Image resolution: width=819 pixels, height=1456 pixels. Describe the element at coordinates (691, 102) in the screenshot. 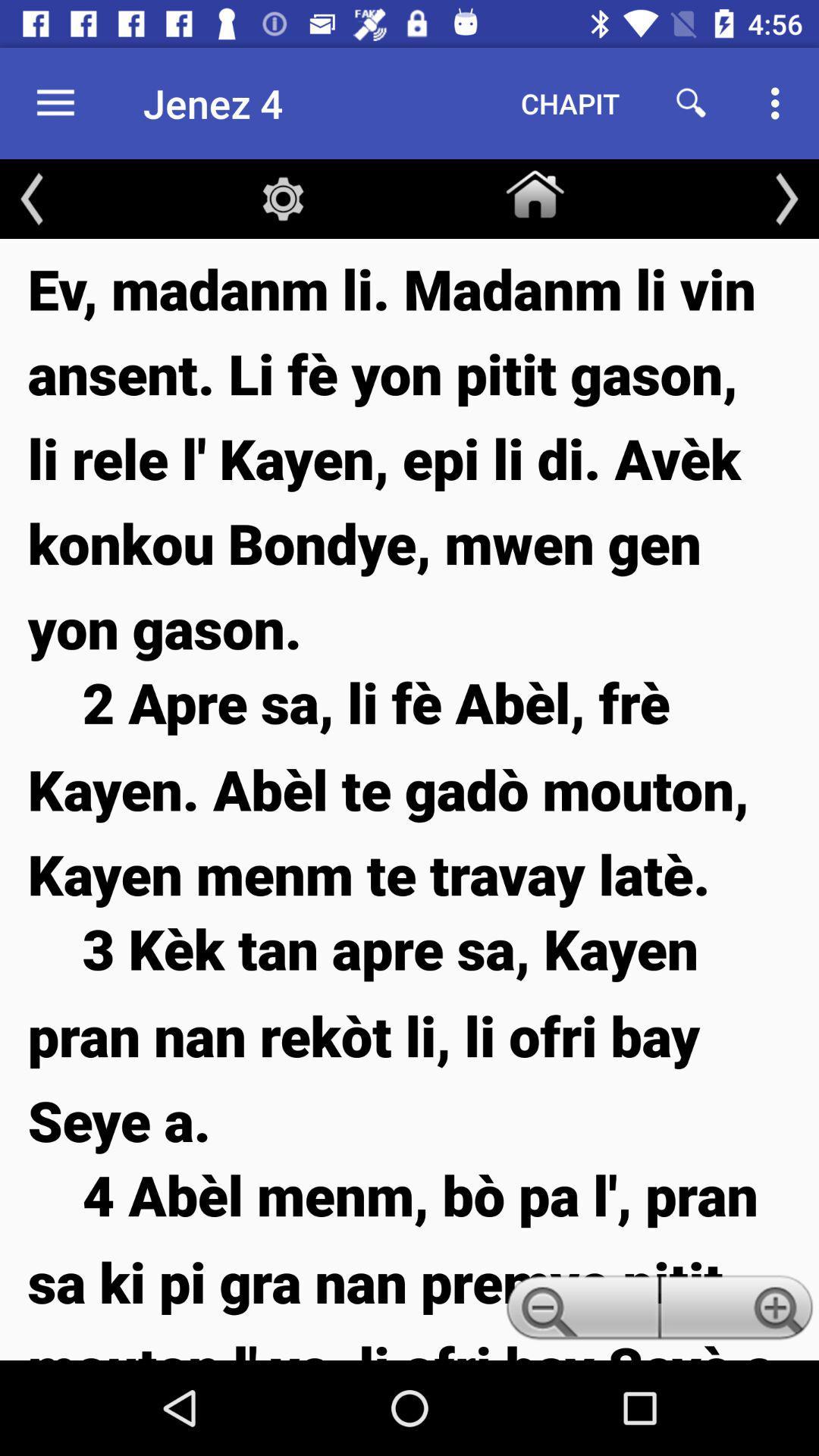

I see `icon to the right of the chapit item` at that location.